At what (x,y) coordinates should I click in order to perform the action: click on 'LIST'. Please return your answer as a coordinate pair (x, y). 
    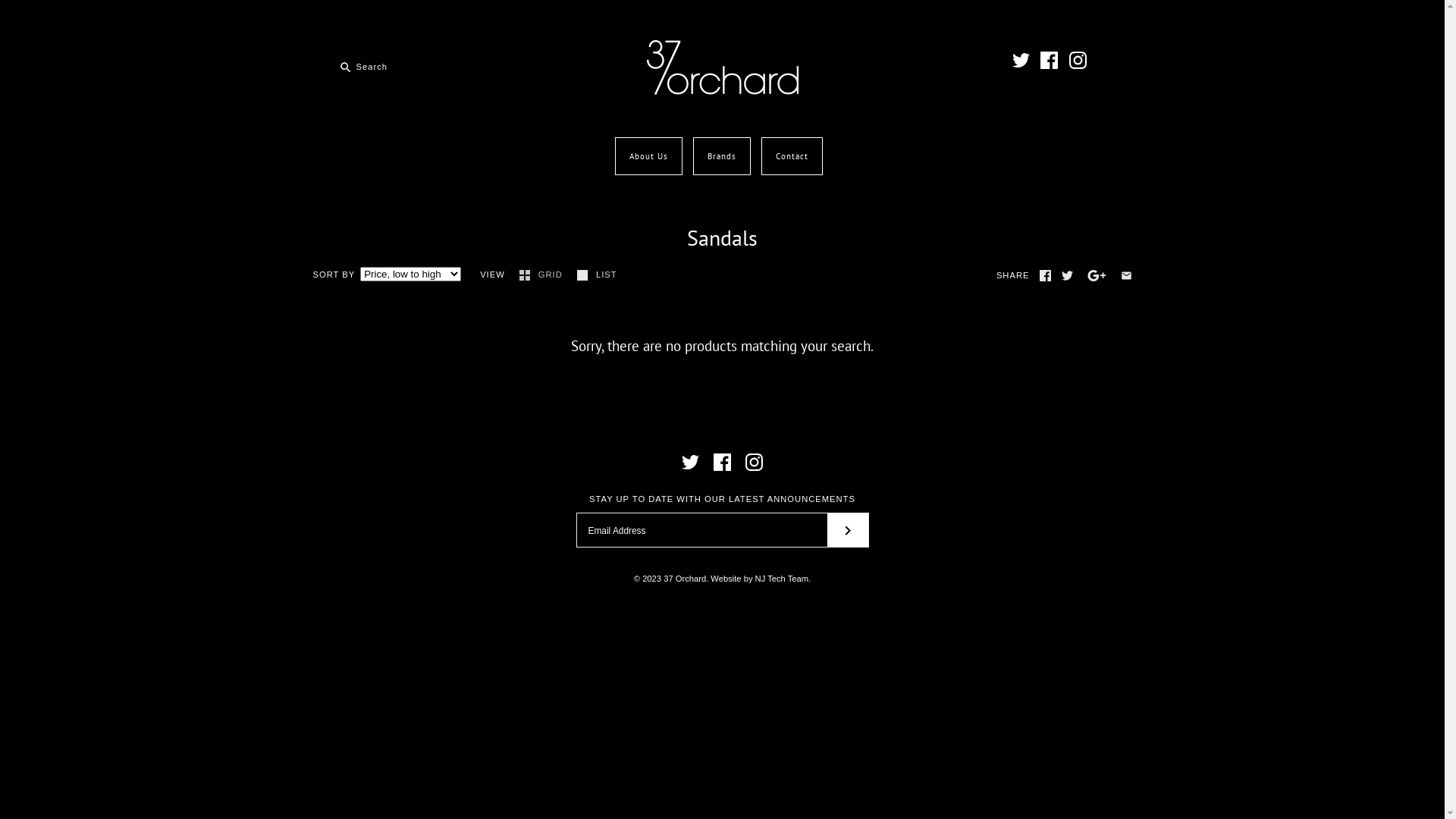
    Looking at the image, I should click on (596, 275).